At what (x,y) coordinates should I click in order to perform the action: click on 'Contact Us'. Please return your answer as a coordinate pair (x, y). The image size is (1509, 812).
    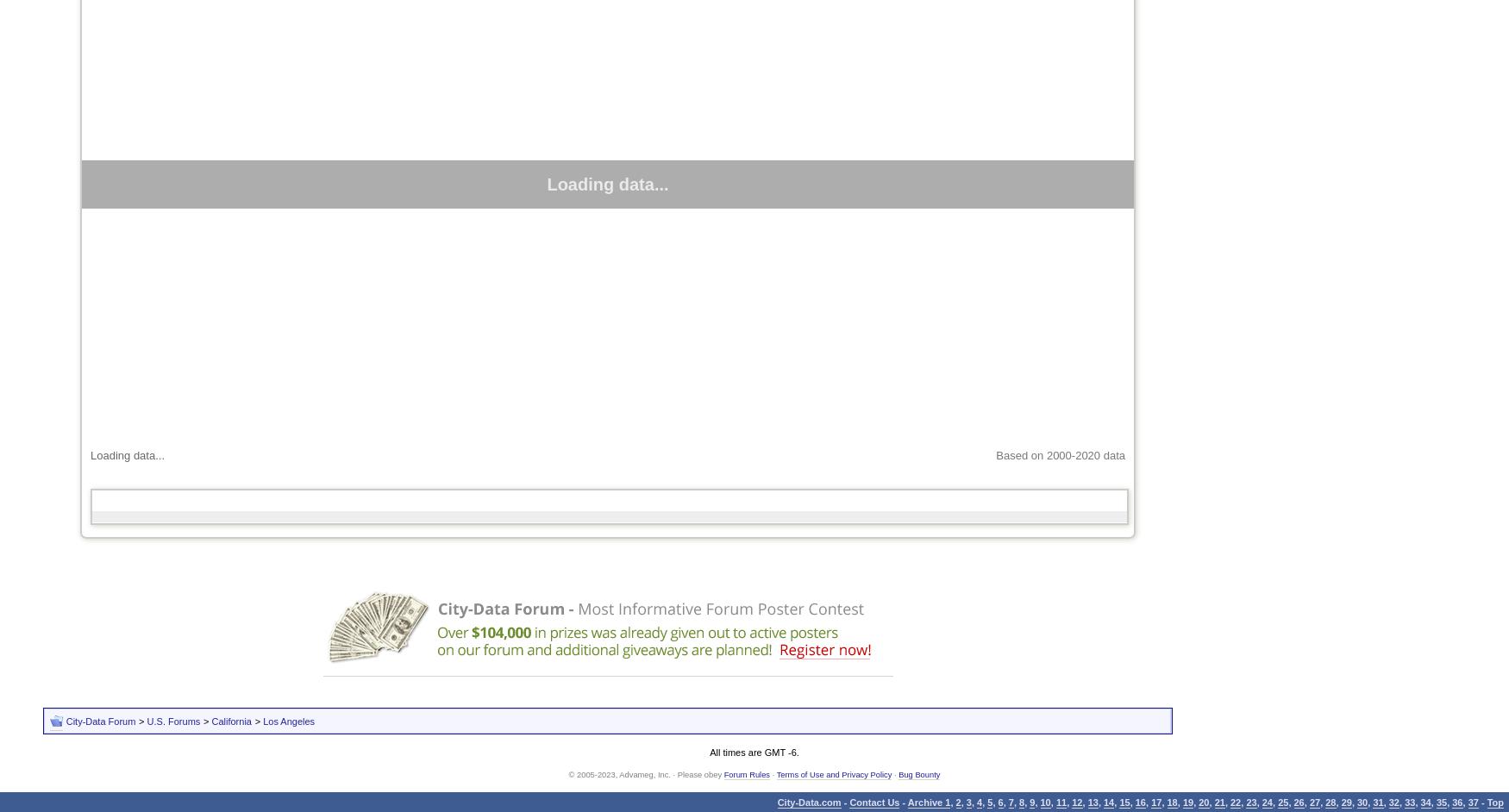
    Looking at the image, I should click on (873, 801).